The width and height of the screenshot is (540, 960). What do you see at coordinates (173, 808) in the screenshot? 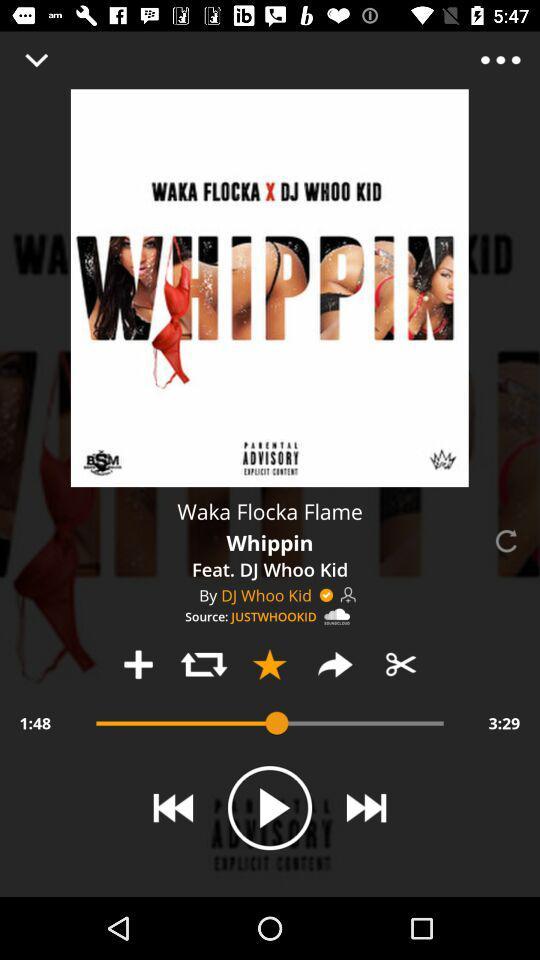
I see `the av_rewind icon` at bounding box center [173, 808].